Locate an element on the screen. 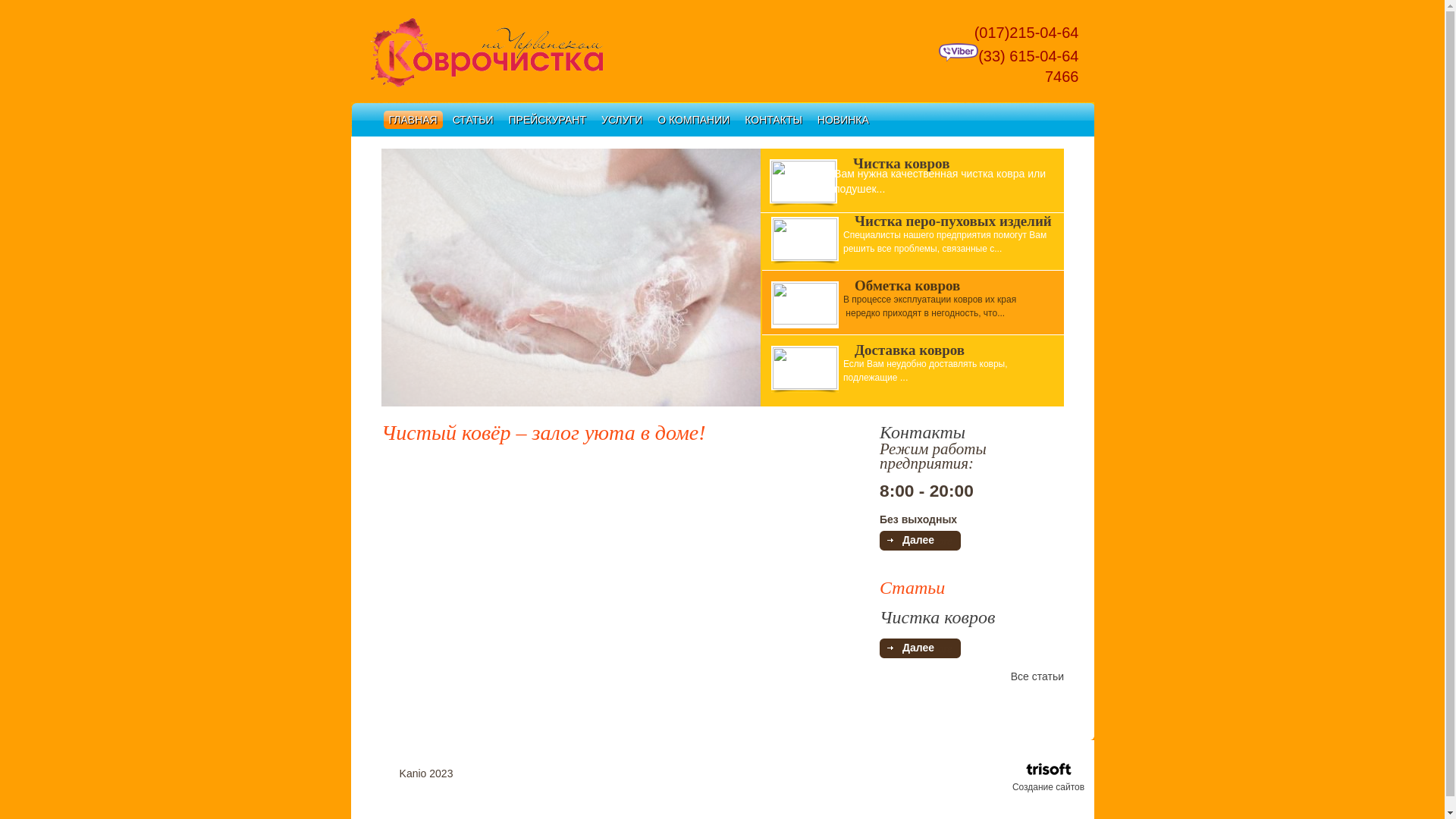  '7466' is located at coordinates (1046, 76).